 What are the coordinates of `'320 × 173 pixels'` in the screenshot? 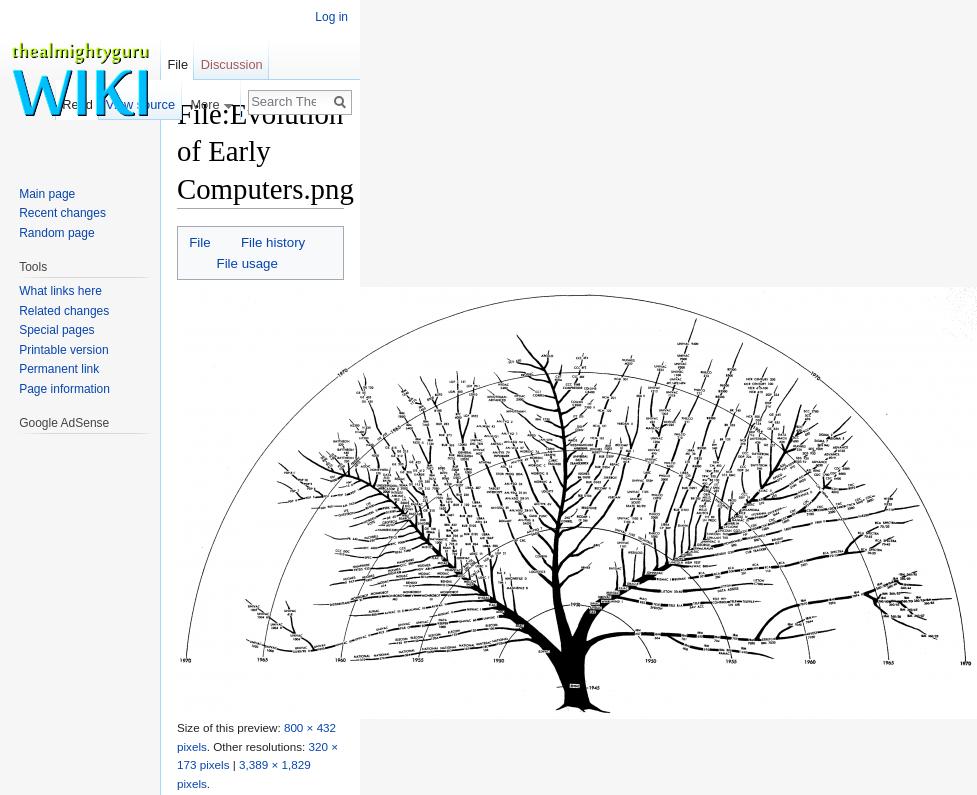 It's located at (256, 754).